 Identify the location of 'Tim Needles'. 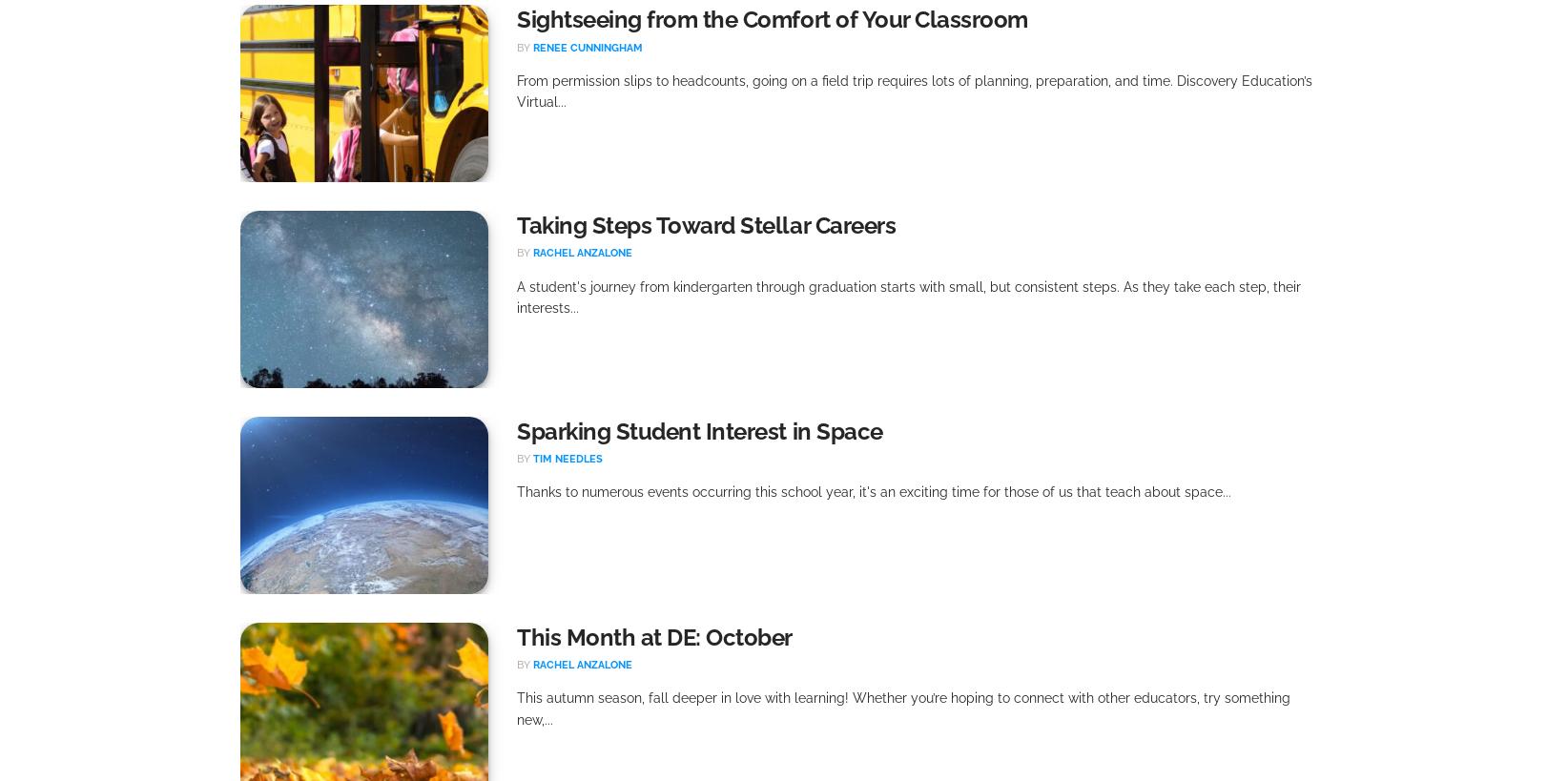
(567, 458).